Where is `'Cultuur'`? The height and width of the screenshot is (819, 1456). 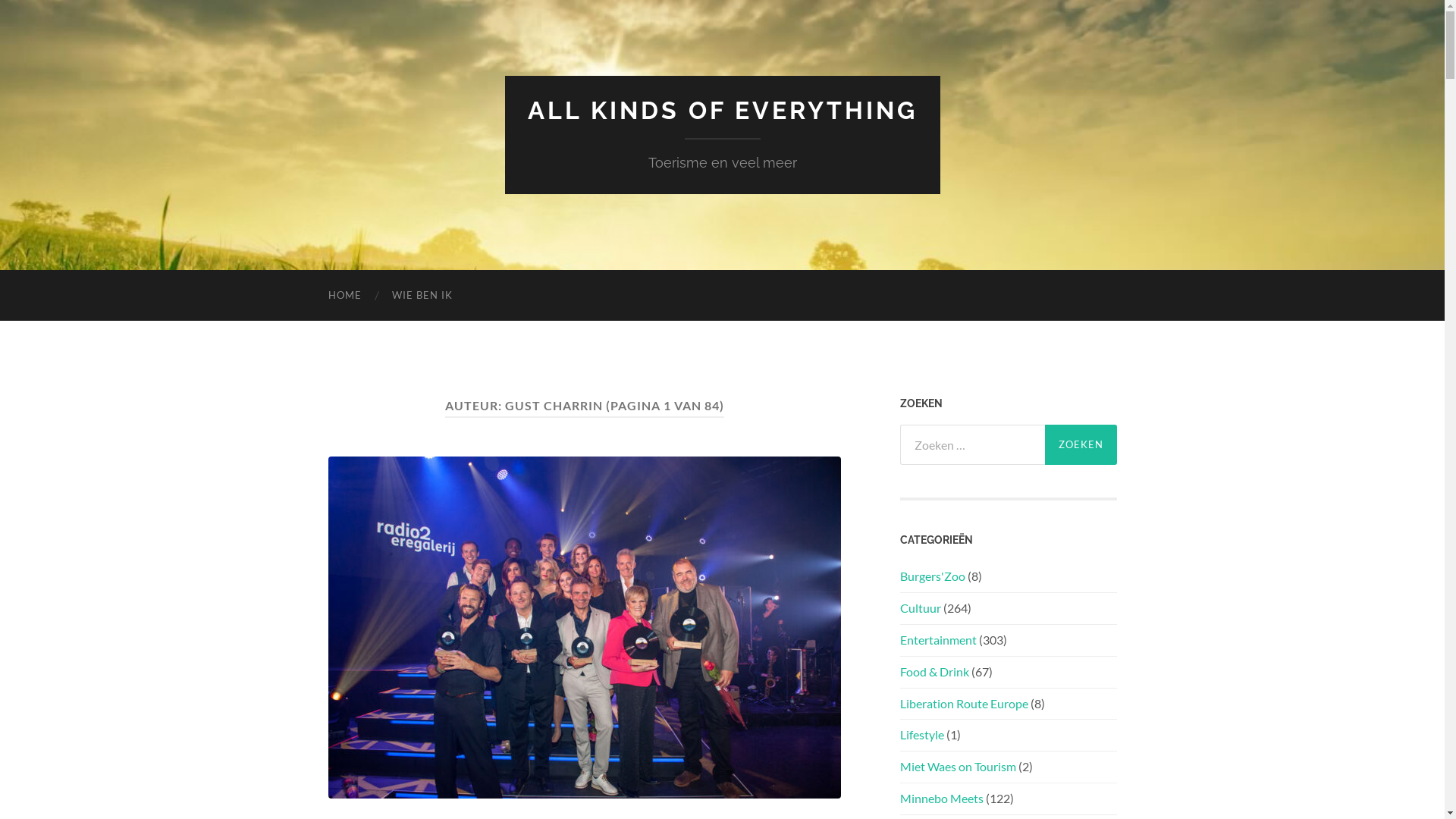 'Cultuur' is located at coordinates (899, 607).